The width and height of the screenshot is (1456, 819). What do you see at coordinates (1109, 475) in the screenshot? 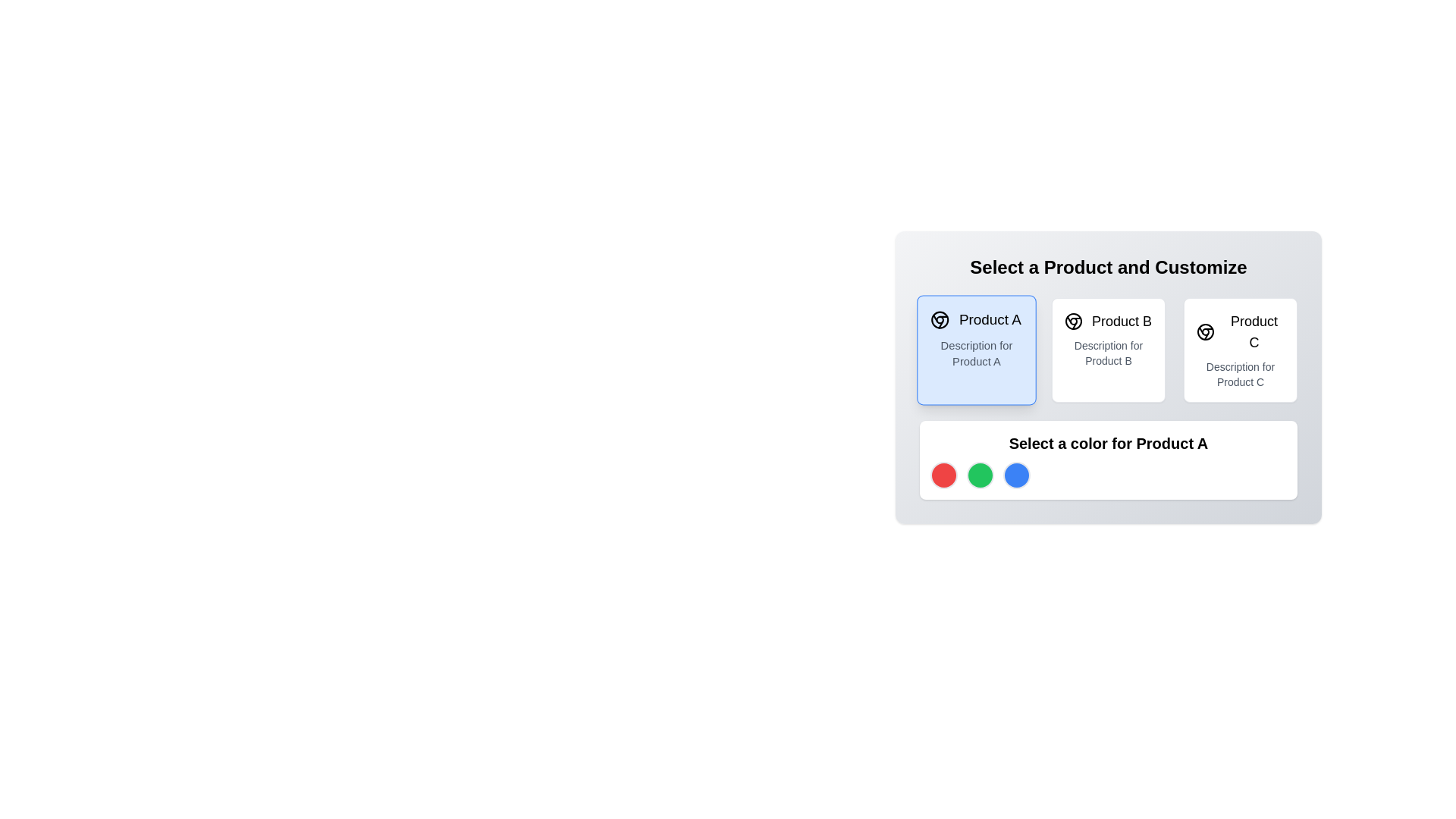
I see `the color circle in the horizontal selection menu for 'Product A'` at bounding box center [1109, 475].